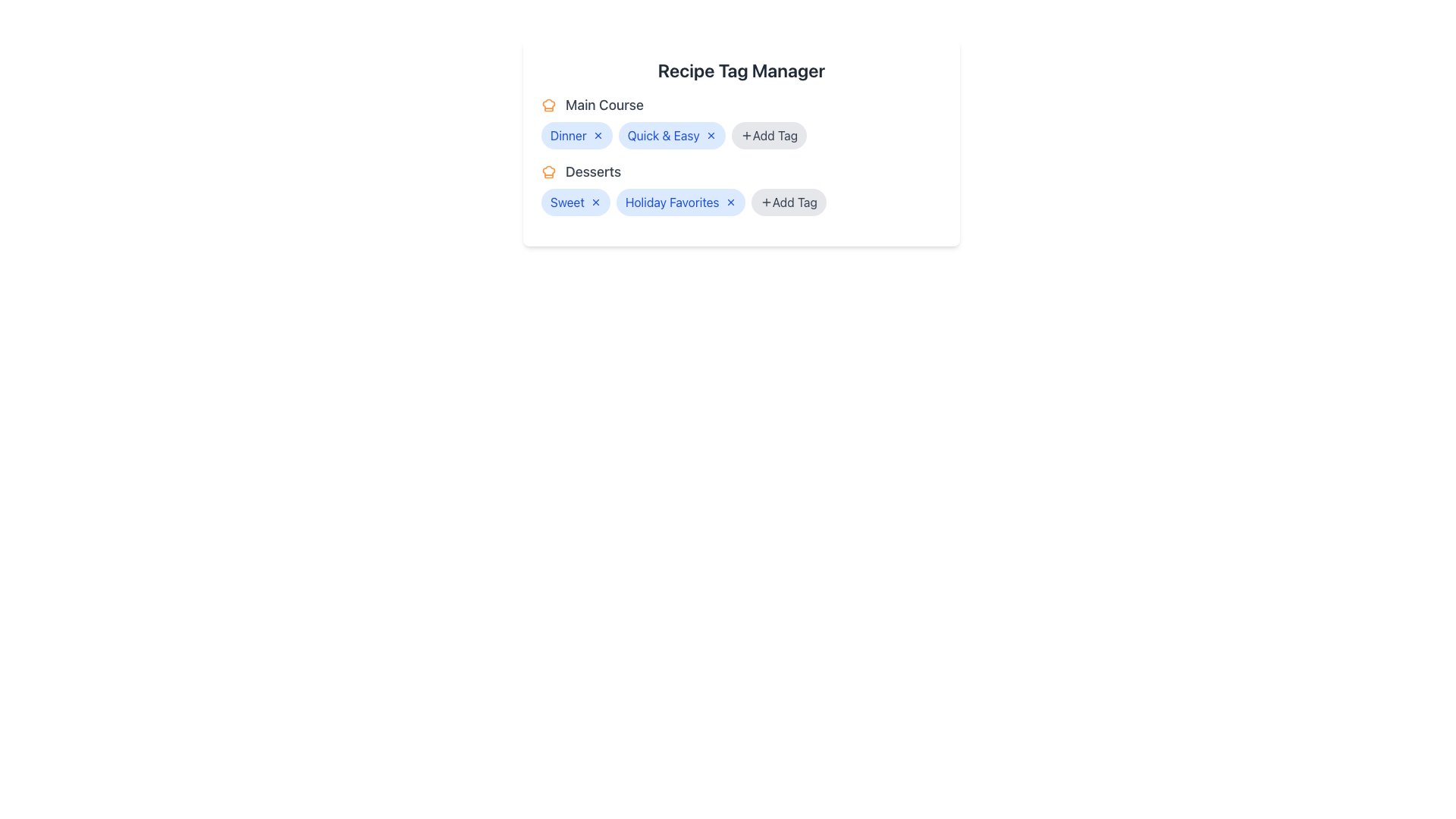  What do you see at coordinates (576, 134) in the screenshot?
I see `the tag labeled 'Dinner' with a light blue fill and an 'x' close icon` at bounding box center [576, 134].